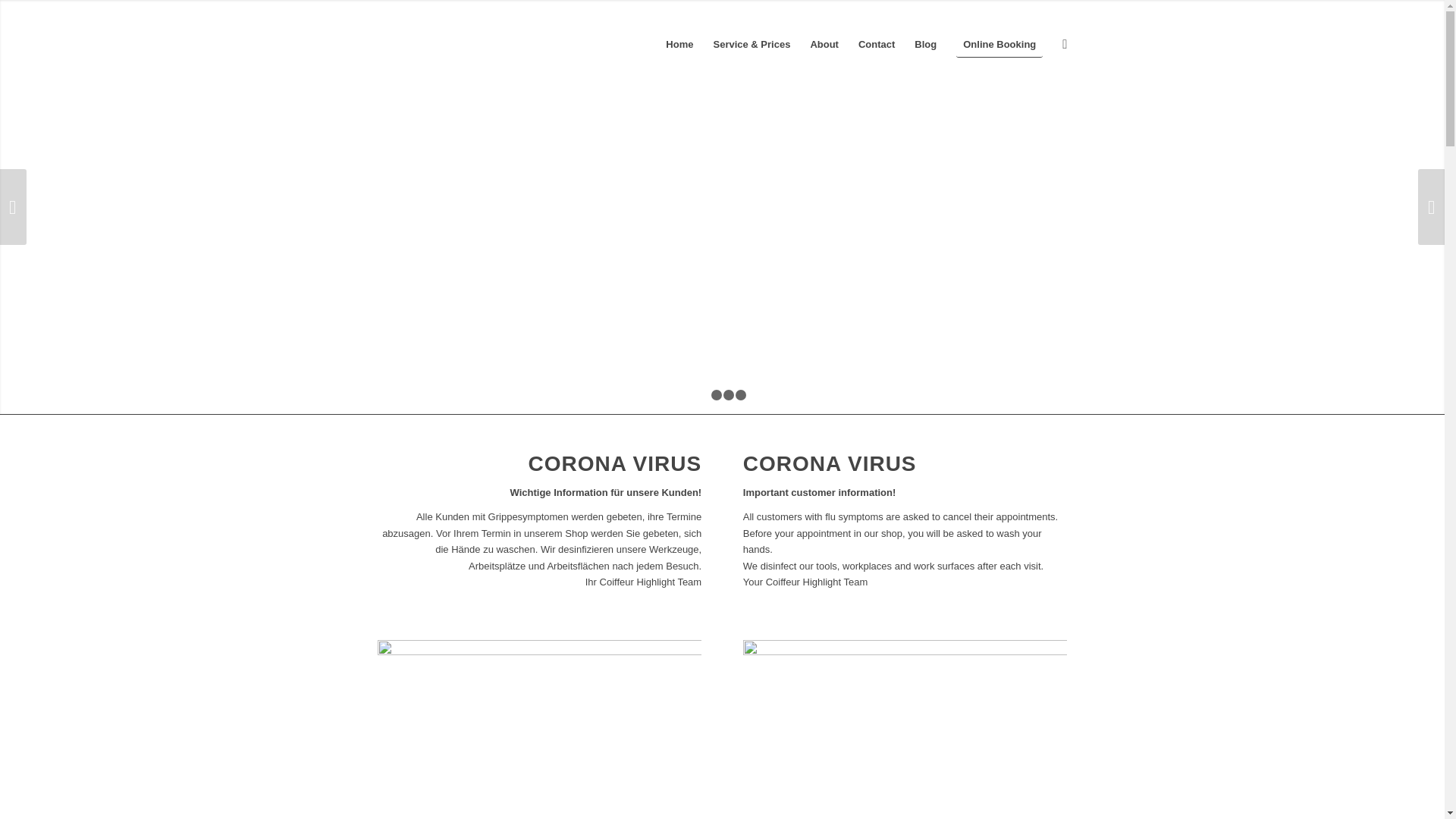  I want to click on 'Blog', so click(924, 43).